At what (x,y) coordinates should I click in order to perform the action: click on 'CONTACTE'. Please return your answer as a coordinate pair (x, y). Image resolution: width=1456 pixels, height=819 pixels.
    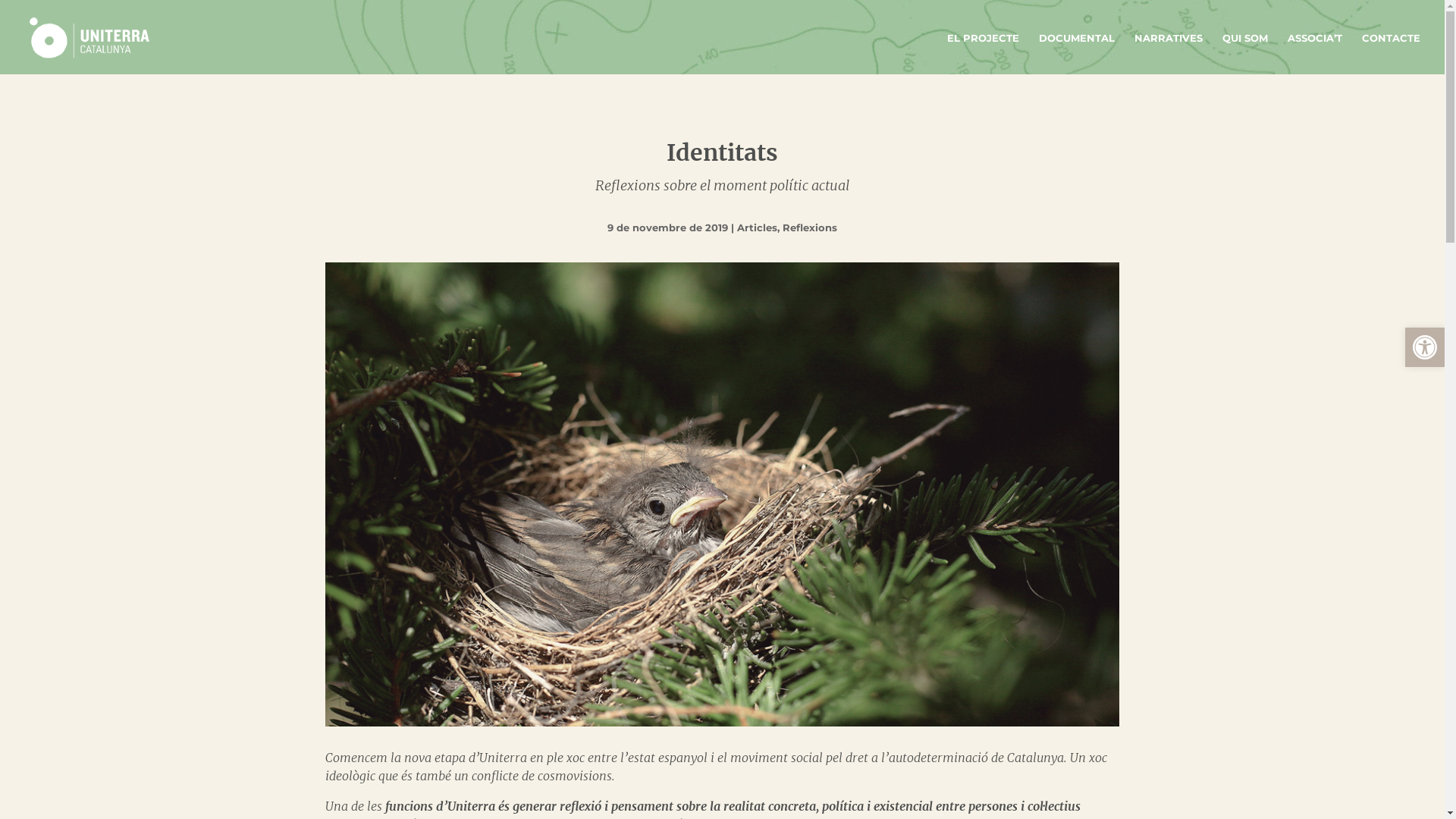
    Looking at the image, I should click on (1391, 53).